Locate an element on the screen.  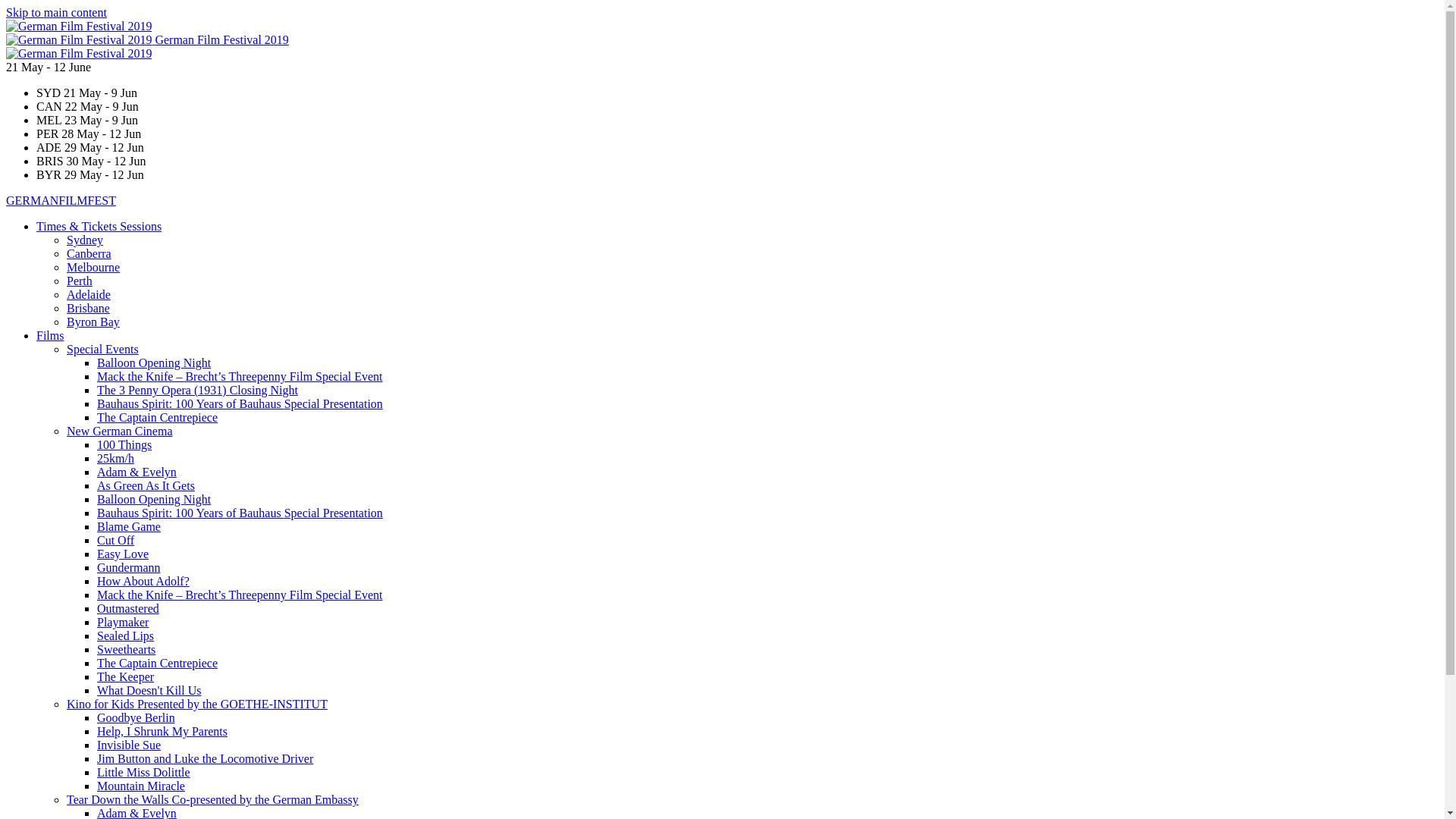
'German Film Festival 2019' is located at coordinates (78, 52).